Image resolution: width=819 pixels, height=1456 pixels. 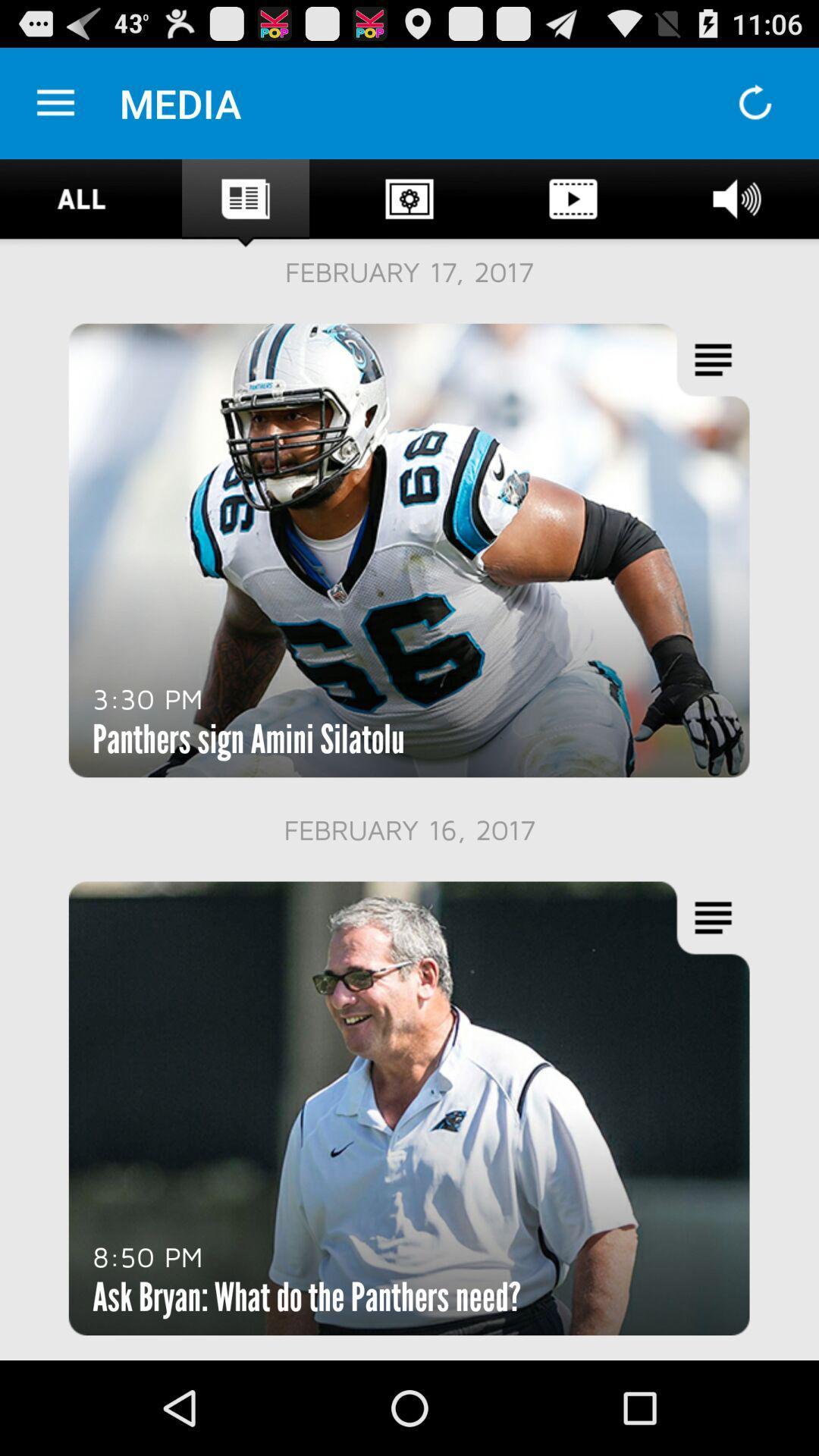 I want to click on menu button, so click(x=55, y=102).